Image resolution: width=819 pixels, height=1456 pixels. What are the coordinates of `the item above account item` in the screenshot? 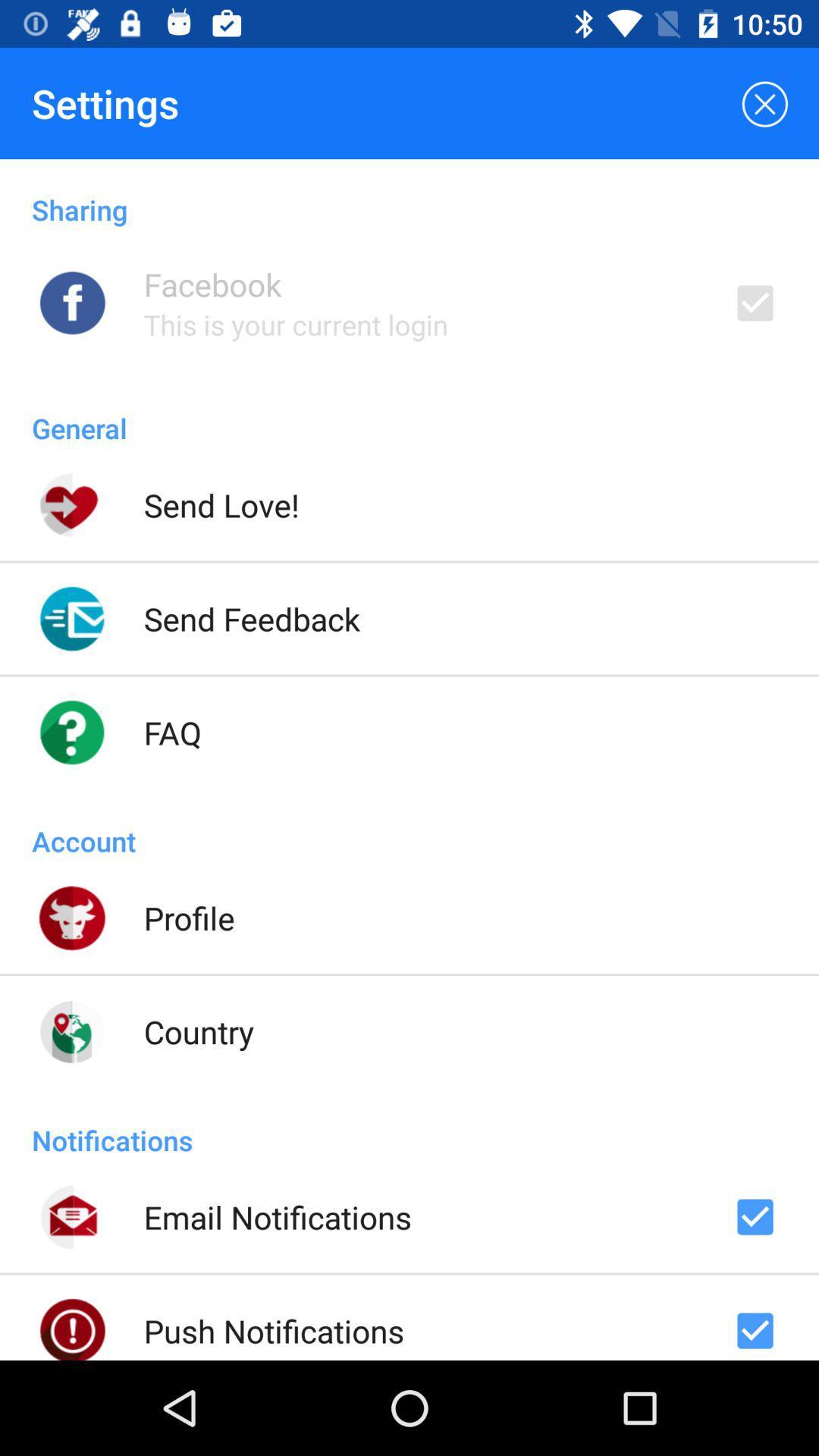 It's located at (171, 732).